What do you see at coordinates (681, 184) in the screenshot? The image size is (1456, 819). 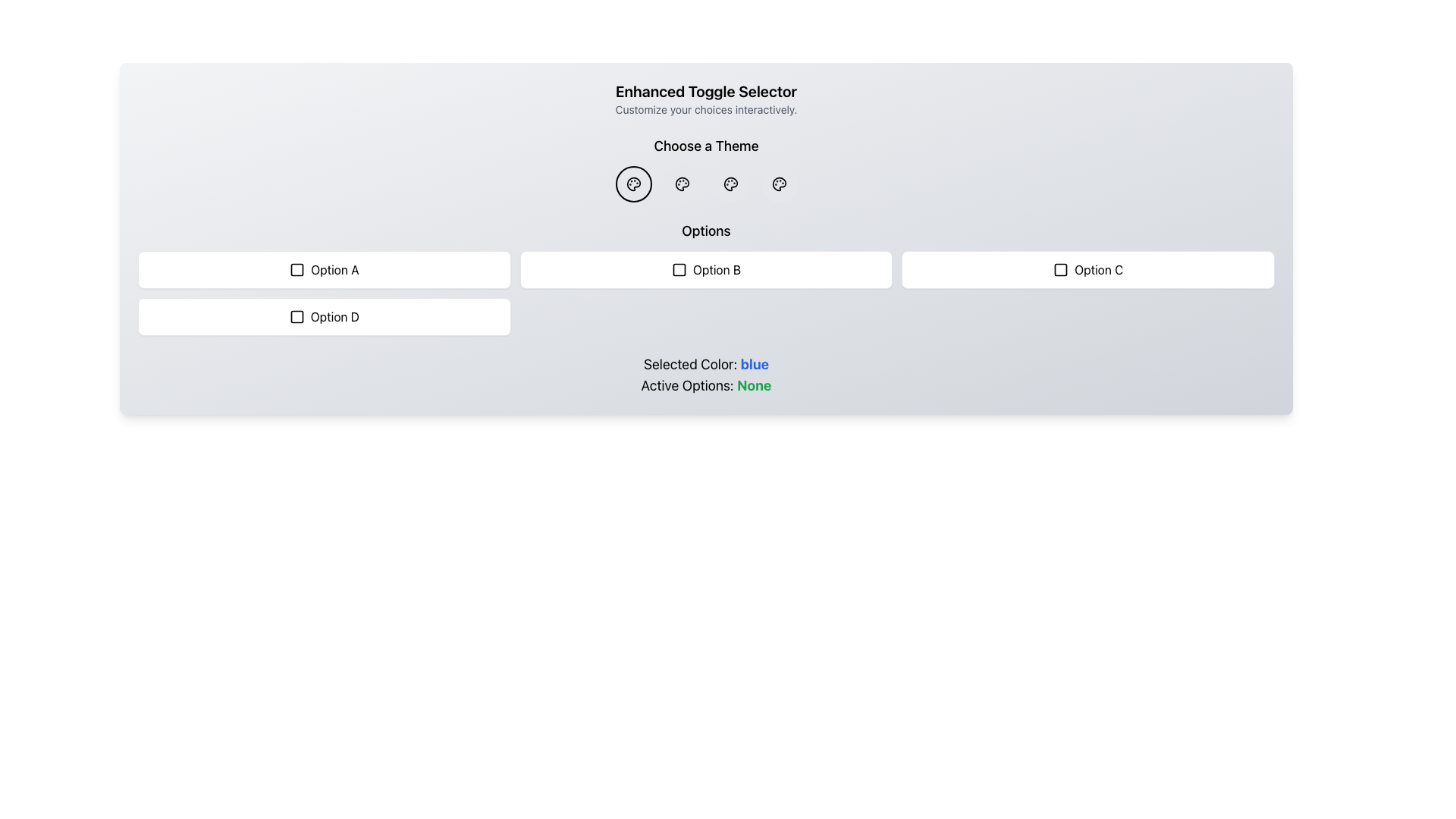 I see `the second button in the horizontal row of selectable circular buttons under the 'Choose a Theme' heading` at bounding box center [681, 184].